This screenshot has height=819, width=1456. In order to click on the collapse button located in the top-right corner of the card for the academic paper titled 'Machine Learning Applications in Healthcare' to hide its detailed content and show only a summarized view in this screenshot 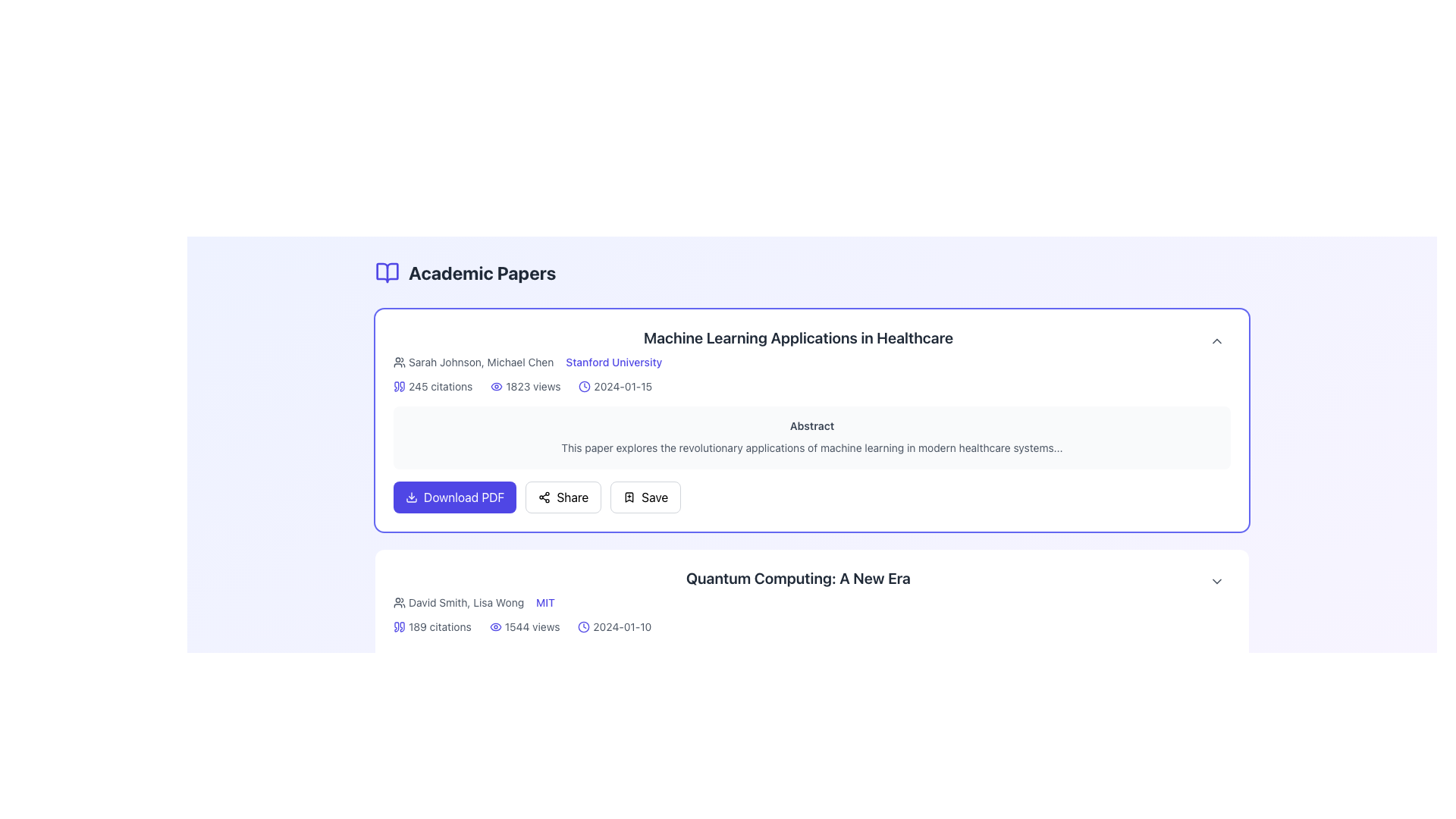, I will do `click(1216, 341)`.